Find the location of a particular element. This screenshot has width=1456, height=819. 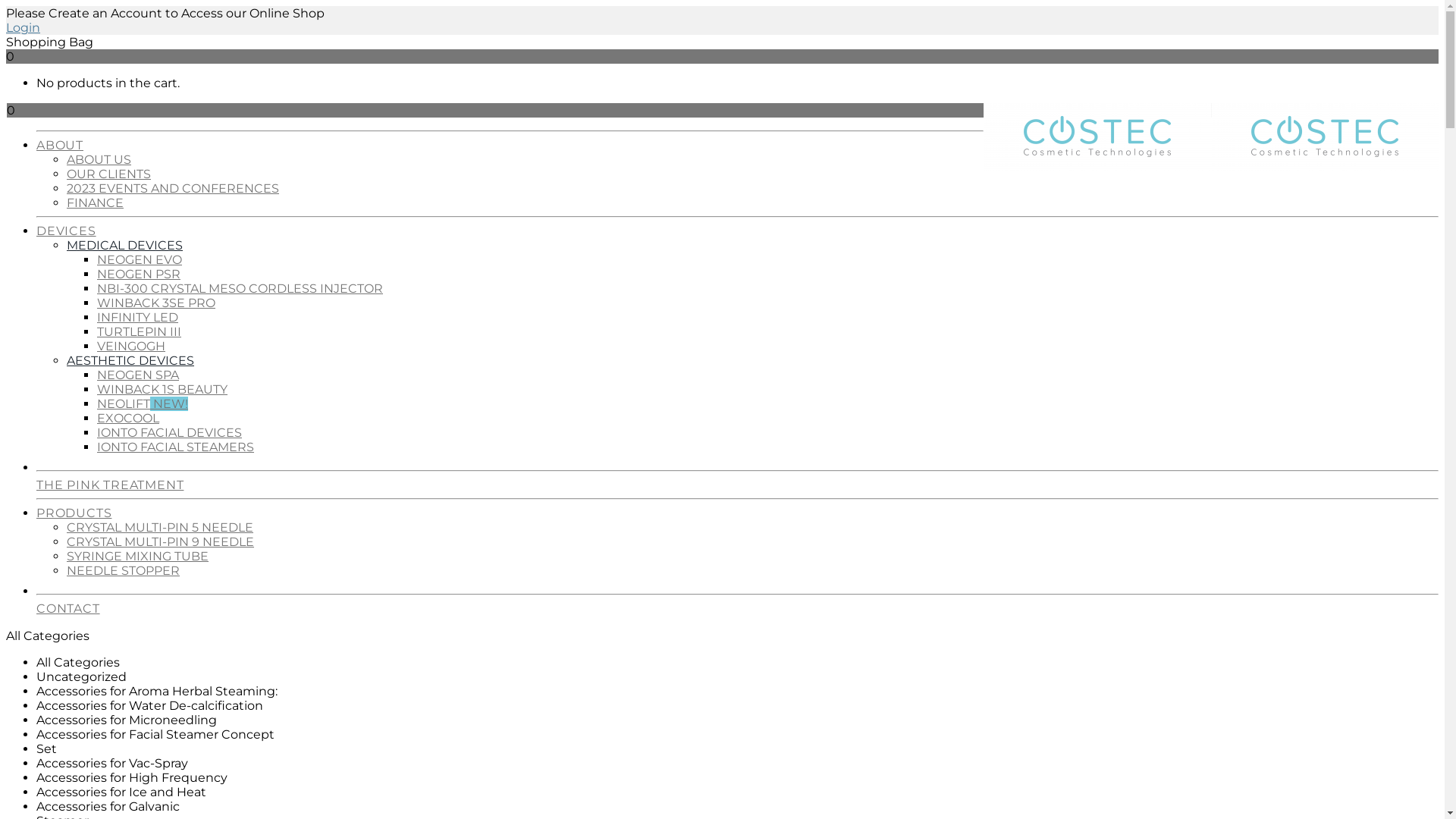

'IONTO FACIAL DEVICES' is located at coordinates (169, 432).